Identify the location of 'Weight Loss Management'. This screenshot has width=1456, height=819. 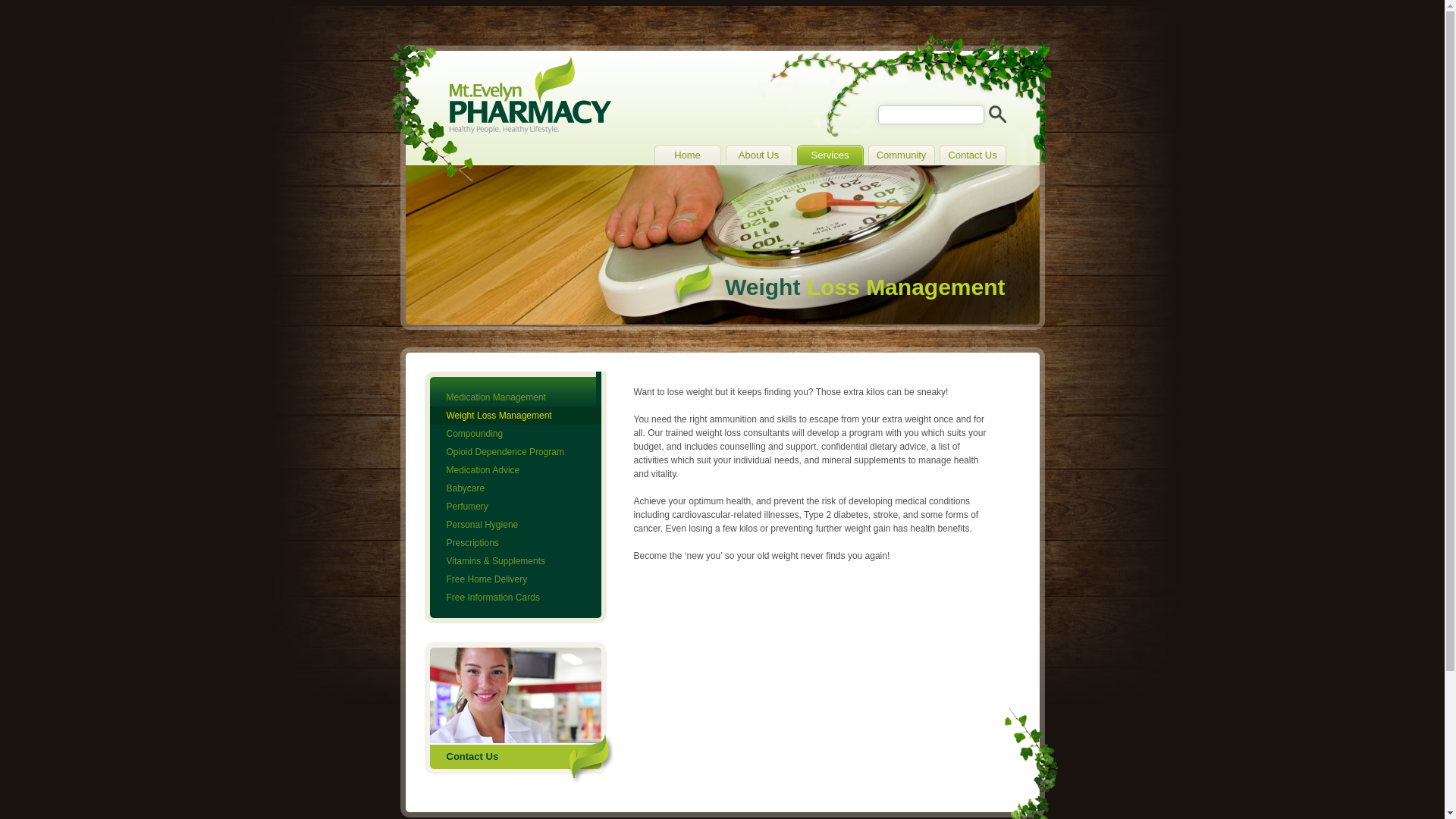
(428, 415).